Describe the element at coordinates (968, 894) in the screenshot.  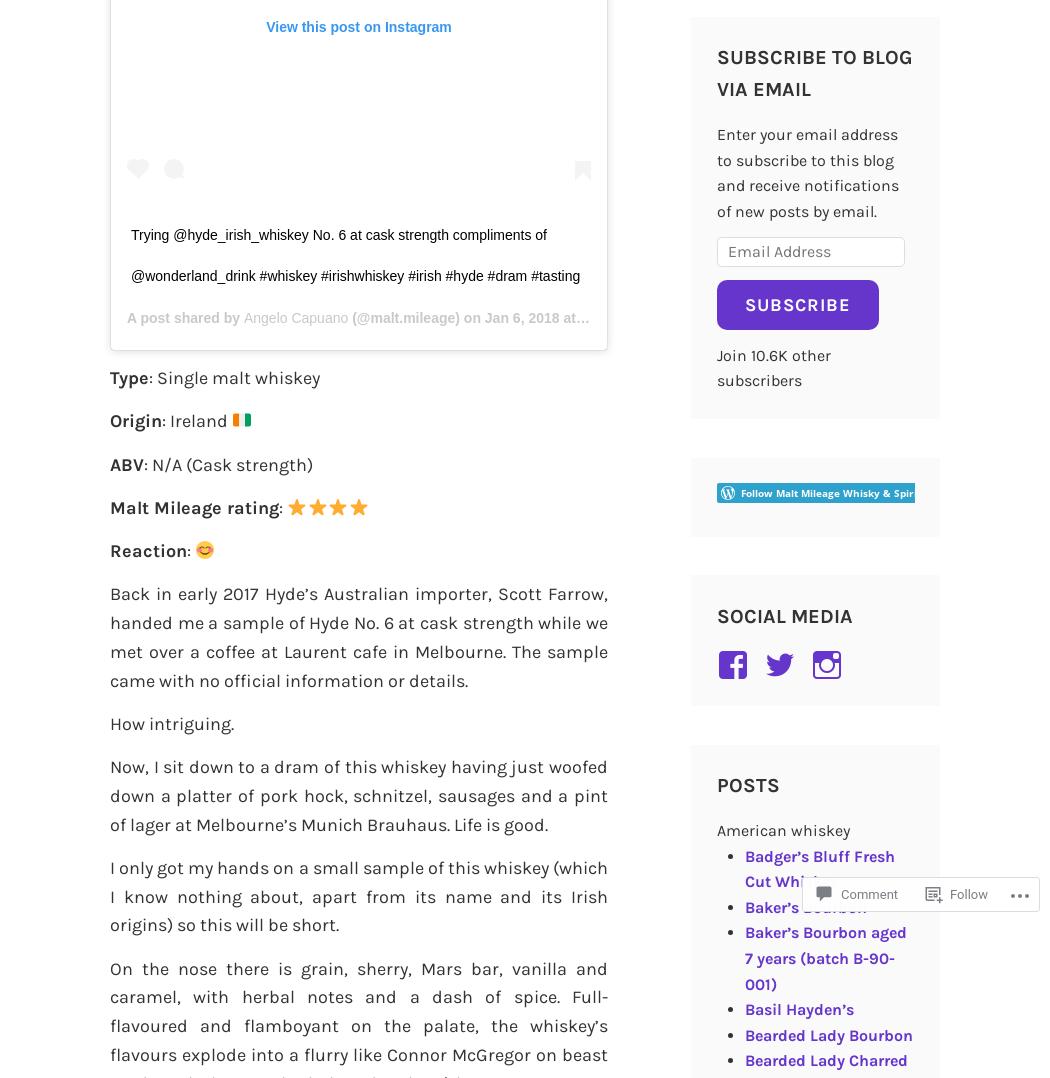
I see `'Follow'` at that location.